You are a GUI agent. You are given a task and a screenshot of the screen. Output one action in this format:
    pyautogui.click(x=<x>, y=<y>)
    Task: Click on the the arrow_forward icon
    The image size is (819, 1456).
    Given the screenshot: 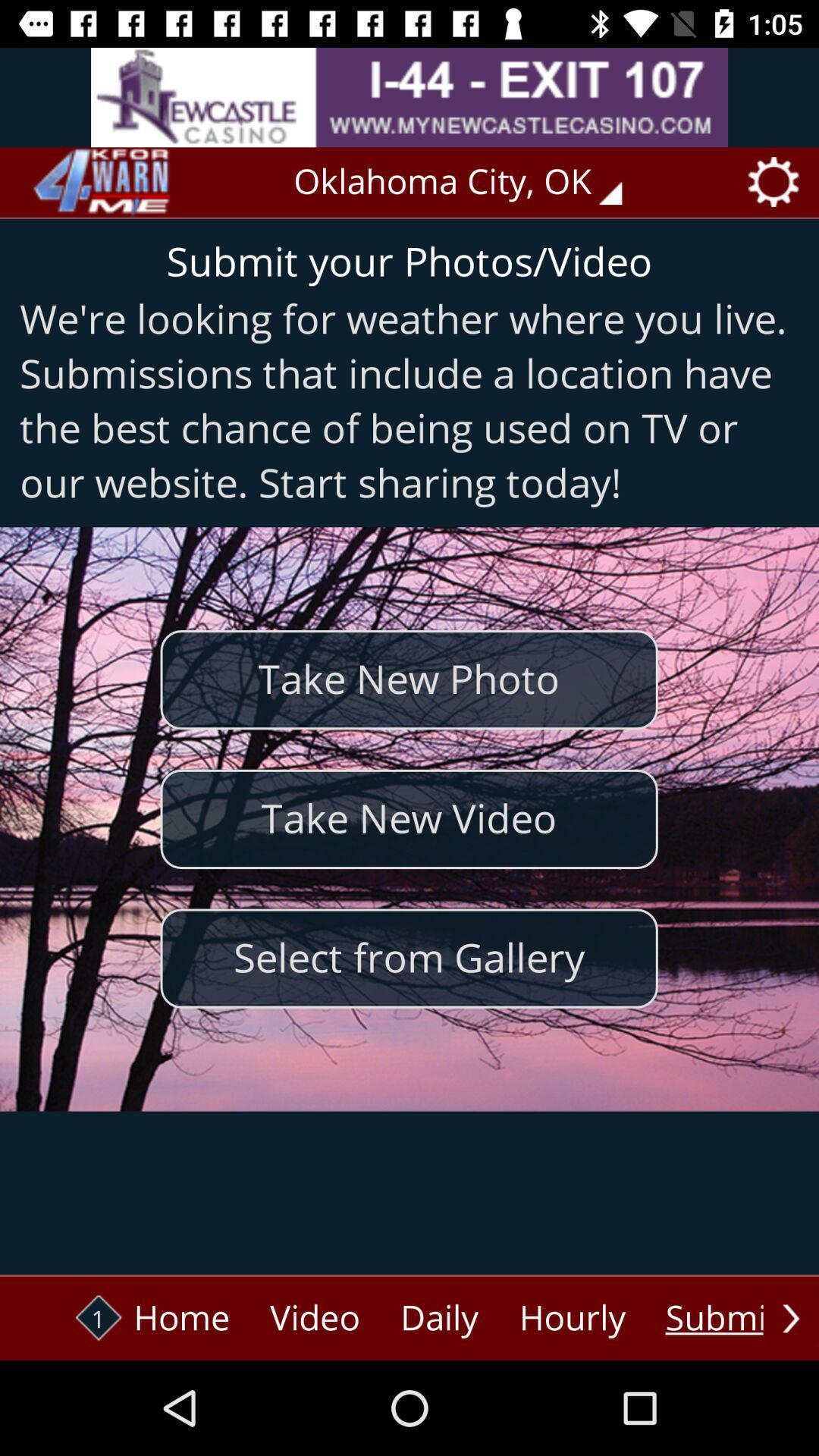 What is the action you would take?
    pyautogui.click(x=790, y=1317)
    